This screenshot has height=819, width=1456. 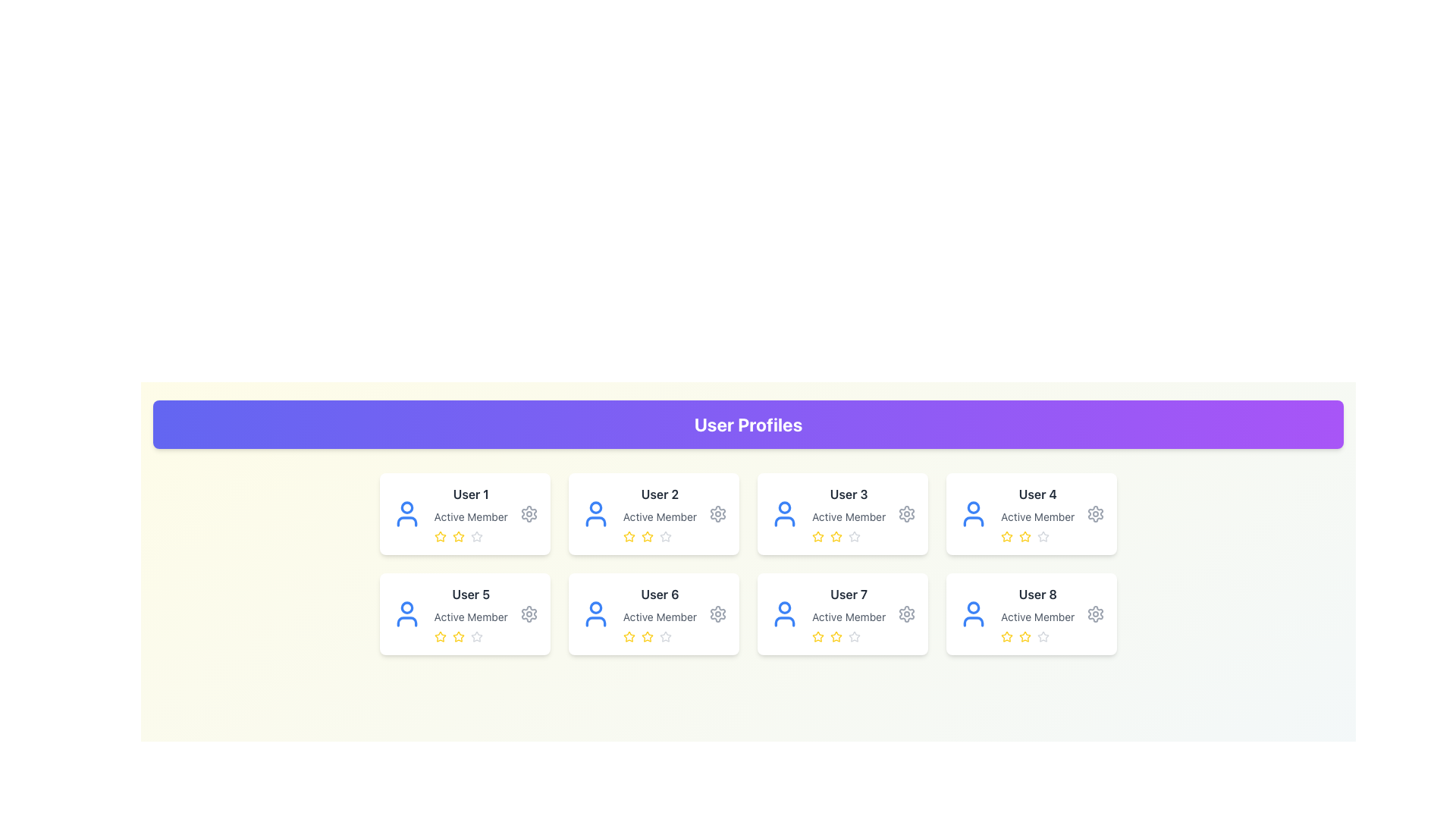 I want to click on the status indicator text label that displays 'Active Member', located in the second column of the second row of user profile cards, directly below 'User 6', so click(x=660, y=617).